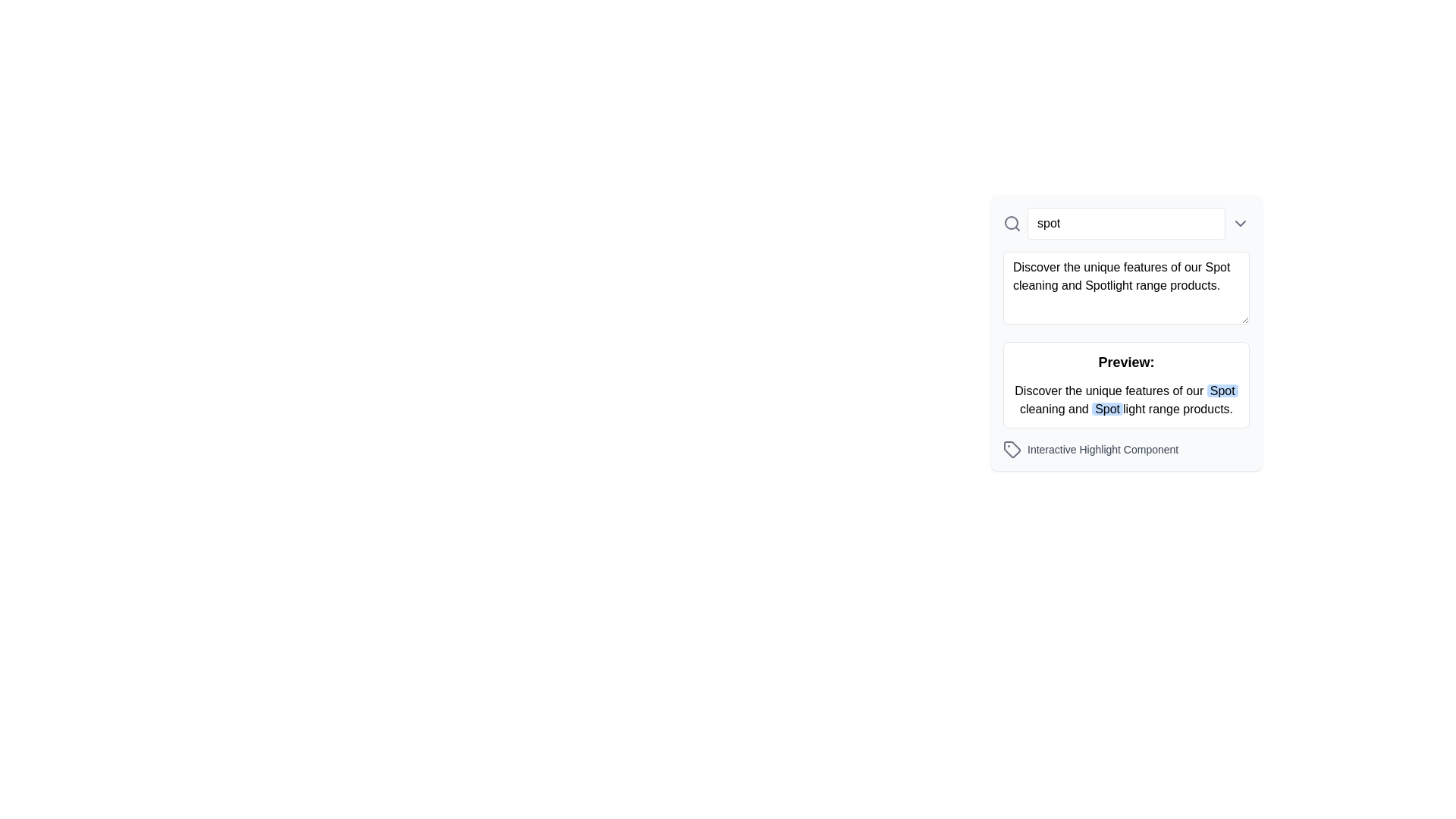  I want to click on the tagging or labeling icon located in the bottom-right region of the interface, represented by an SVG element with a dot at the head of the tag, so click(1012, 449).